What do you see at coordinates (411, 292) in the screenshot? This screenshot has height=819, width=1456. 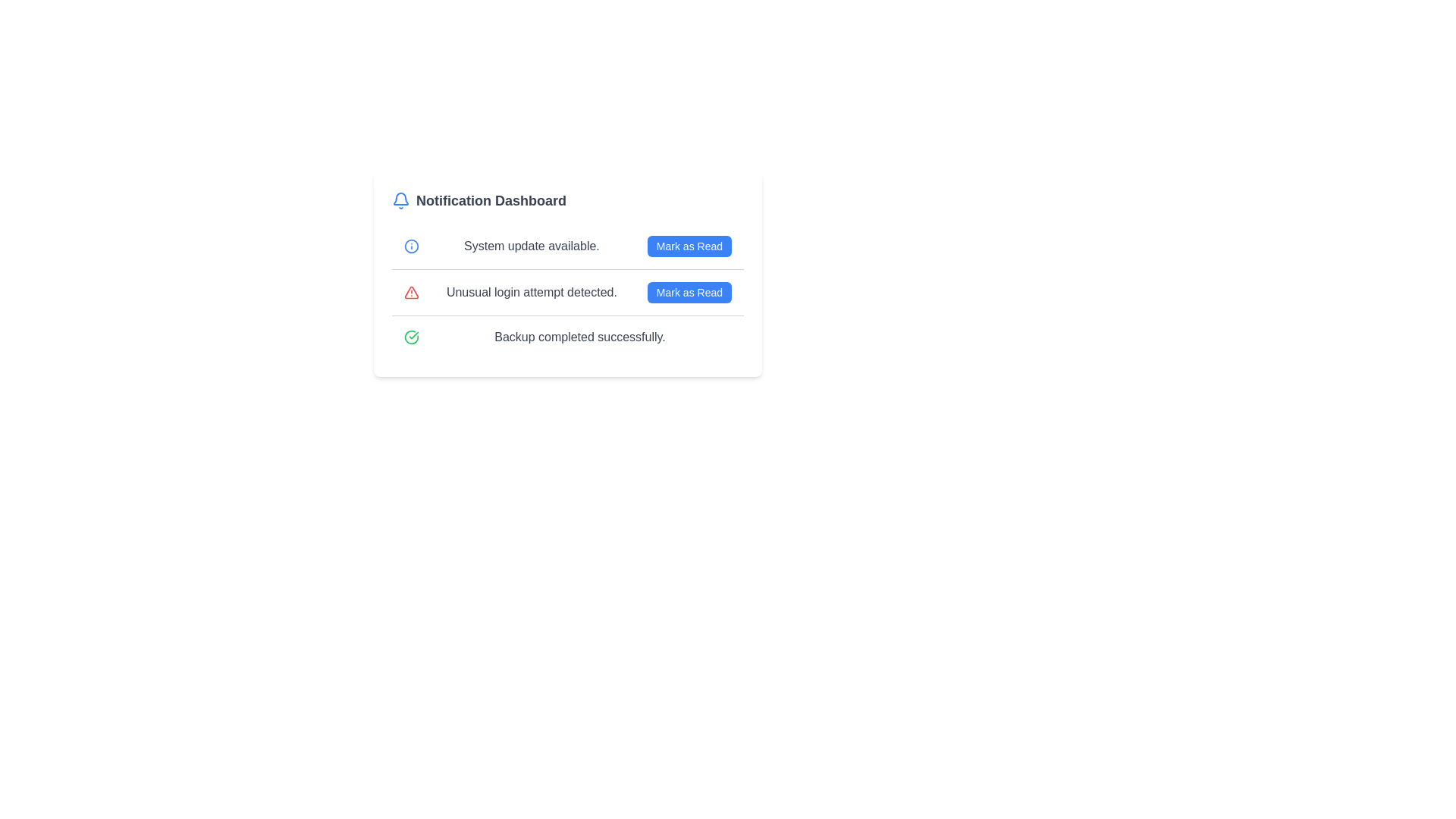 I see `the Warning icon located to the left of the text 'Unusual login attempt detected' in the second notification item` at bounding box center [411, 292].